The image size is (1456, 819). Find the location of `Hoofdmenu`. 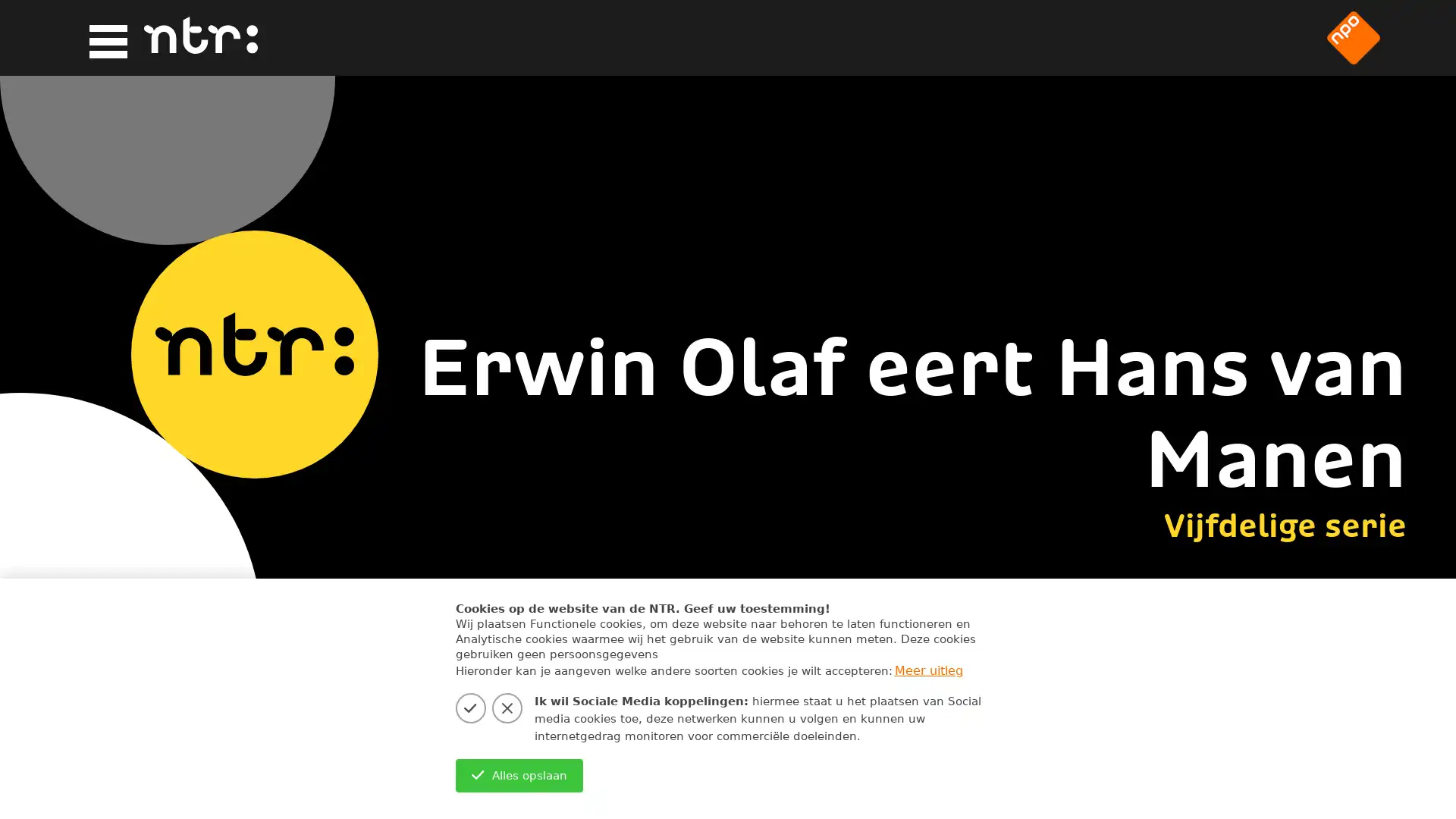

Hoofdmenu is located at coordinates (103, 38).